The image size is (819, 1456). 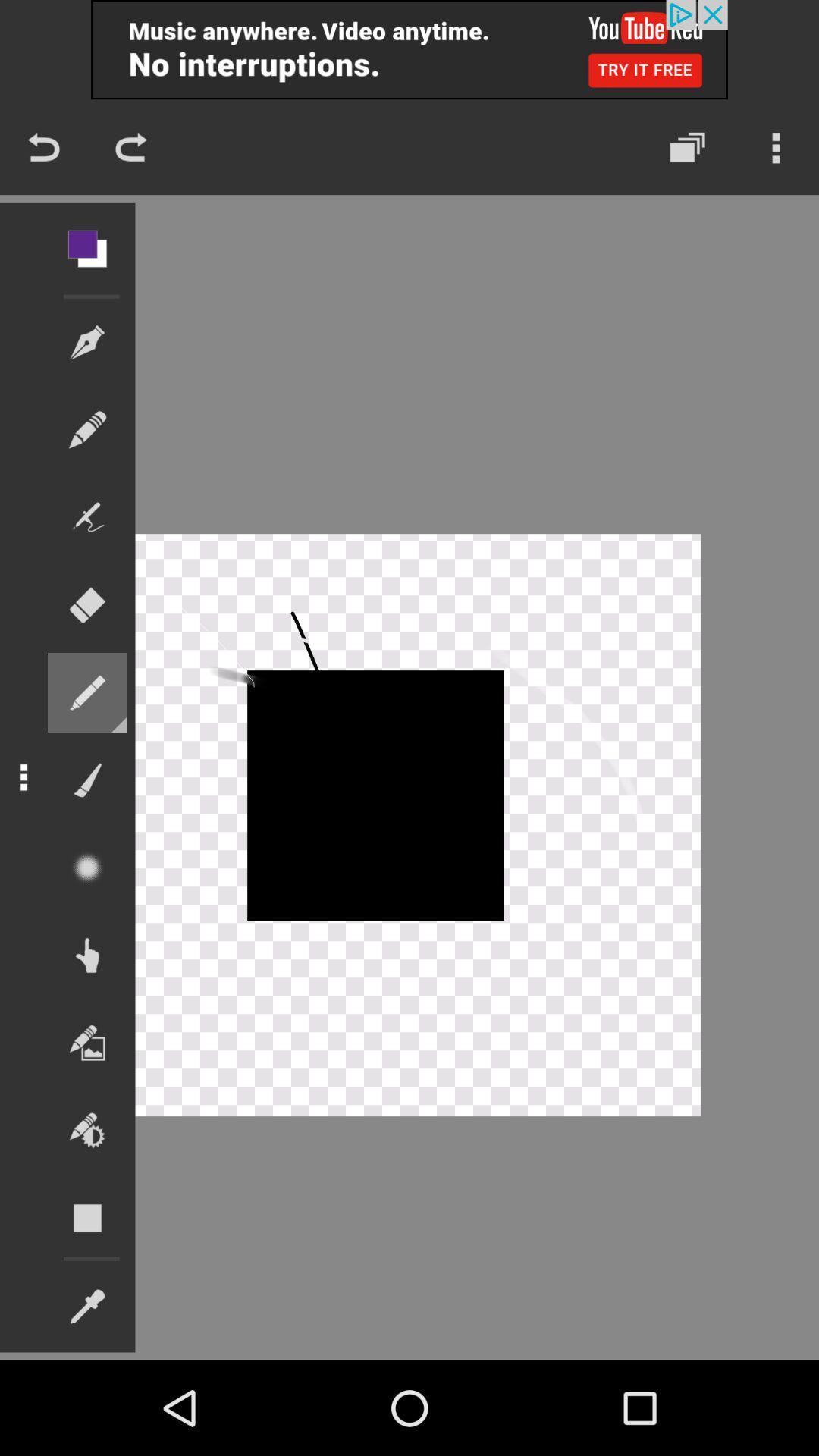 What do you see at coordinates (87, 341) in the screenshot?
I see `the edit icon` at bounding box center [87, 341].